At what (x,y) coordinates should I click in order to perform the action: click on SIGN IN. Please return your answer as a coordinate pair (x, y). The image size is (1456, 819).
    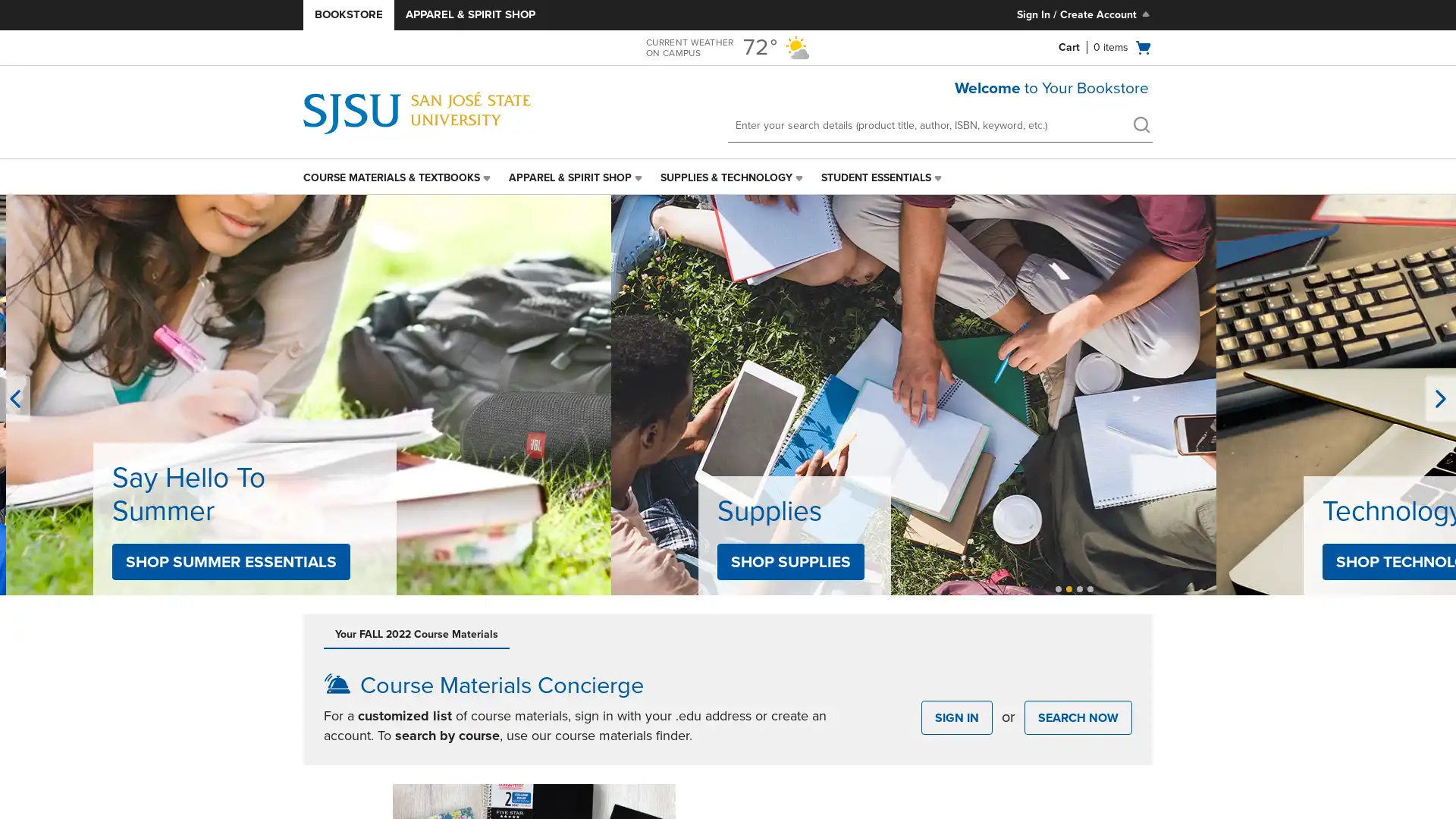
    Looking at the image, I should click on (956, 717).